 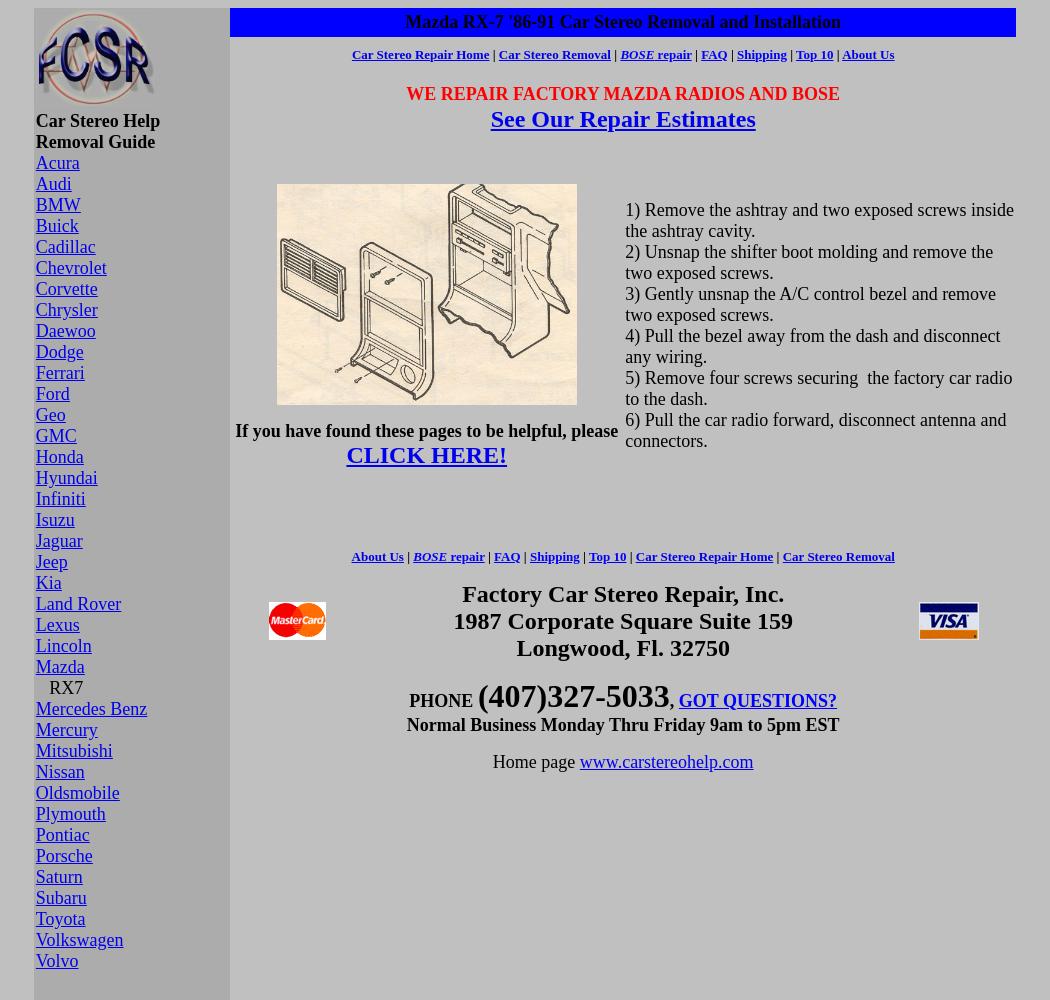 What do you see at coordinates (46, 582) in the screenshot?
I see `'Kia'` at bounding box center [46, 582].